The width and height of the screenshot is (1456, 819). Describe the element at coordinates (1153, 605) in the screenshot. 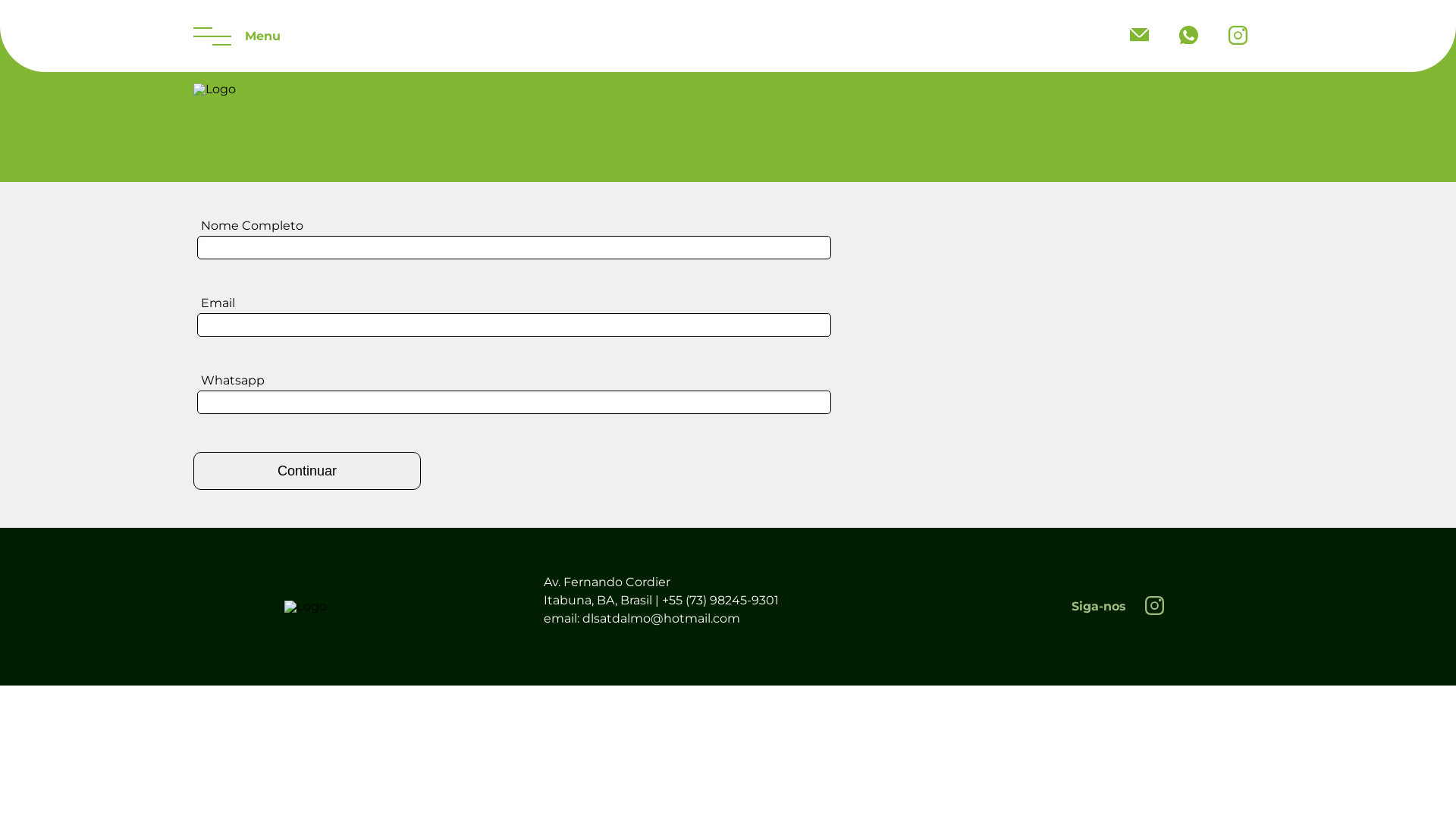

I see `'https://www.instagram.com/'` at that location.